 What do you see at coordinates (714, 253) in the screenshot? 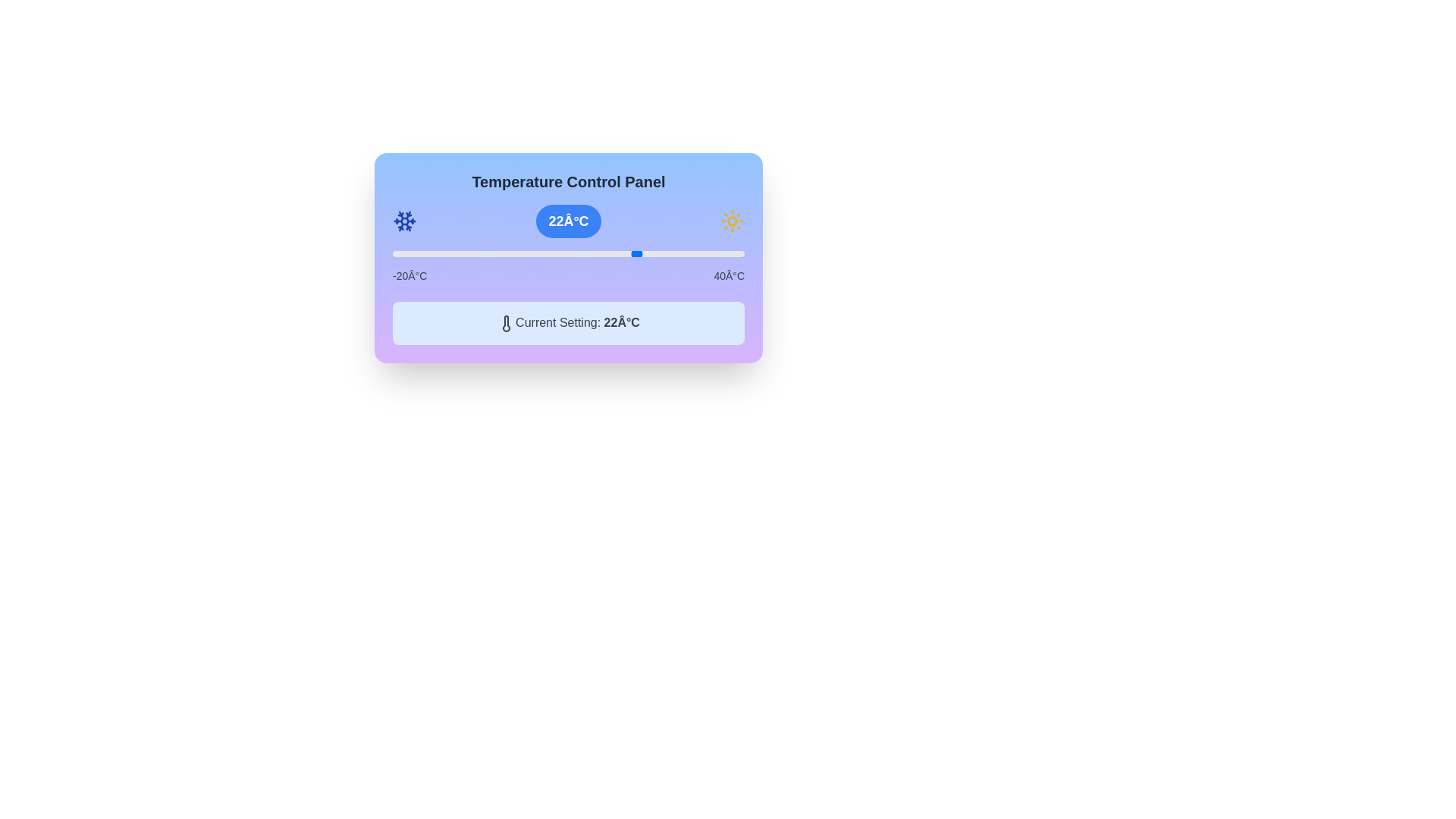
I see `the slider to set the temperature to 35°C` at bounding box center [714, 253].